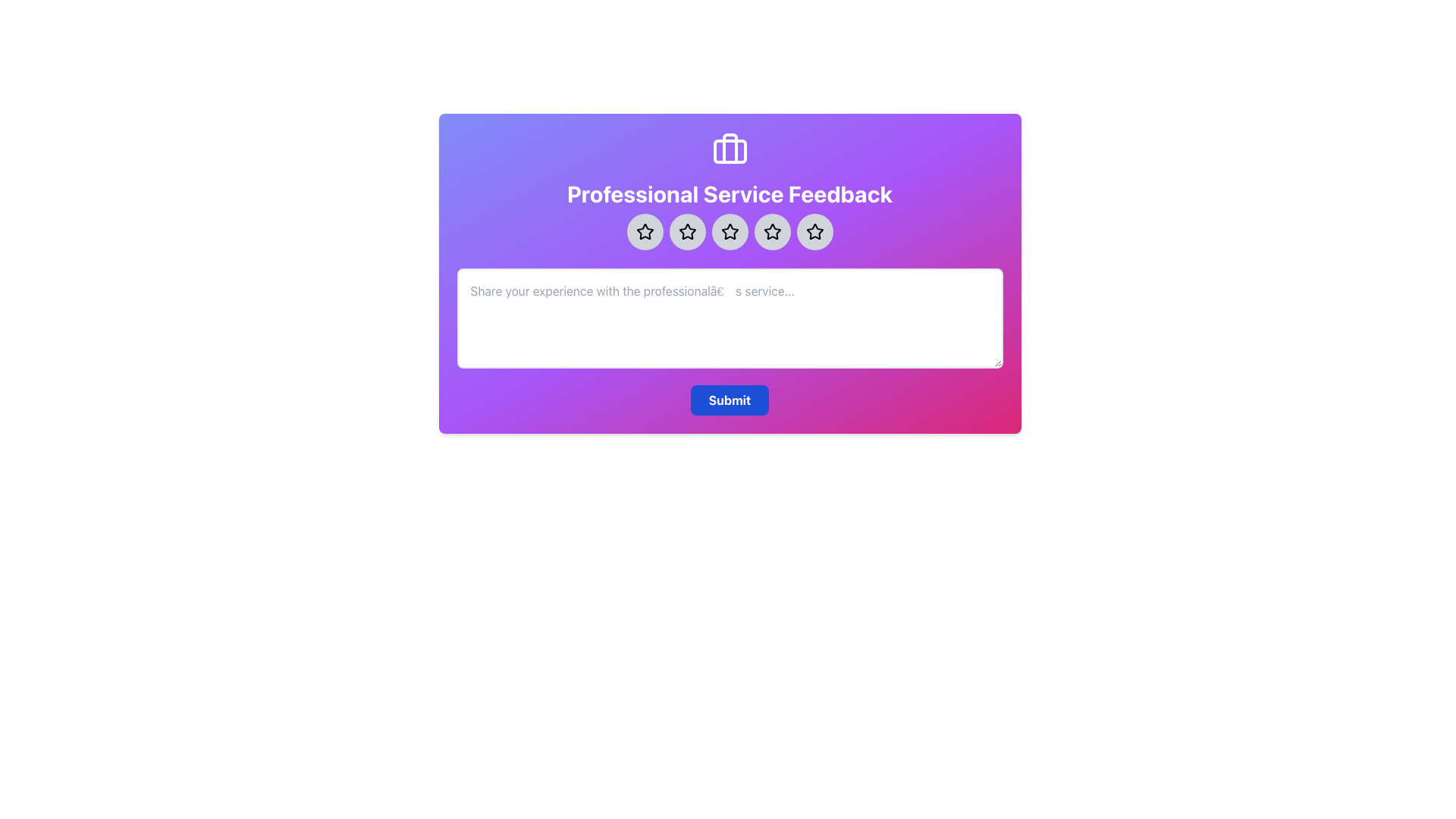 The width and height of the screenshot is (1456, 819). I want to click on the second star rating button located horizontally aligned below the 'Professional Service Feedback' title, so click(686, 231).